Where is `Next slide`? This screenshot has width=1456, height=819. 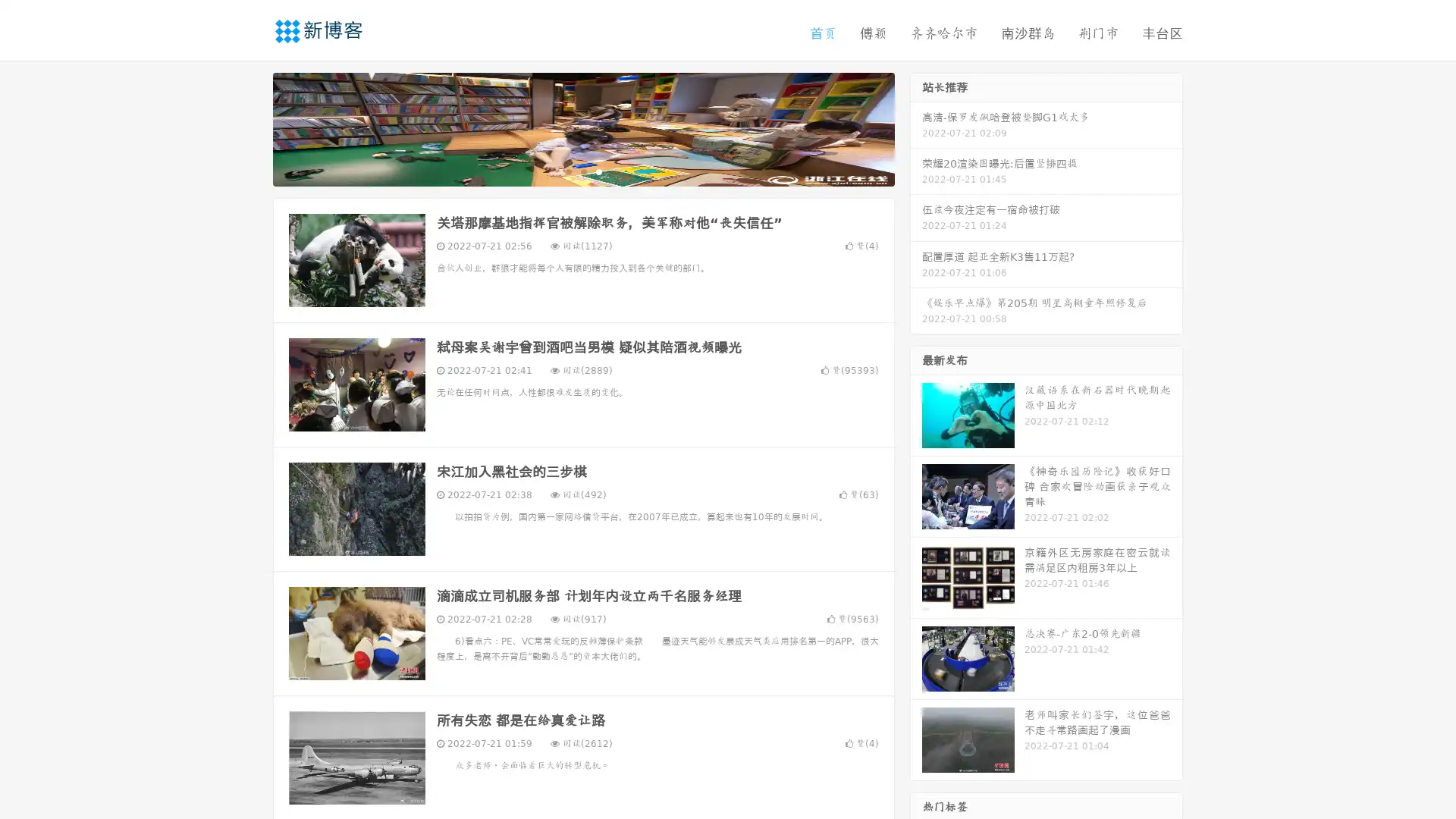 Next slide is located at coordinates (916, 127).